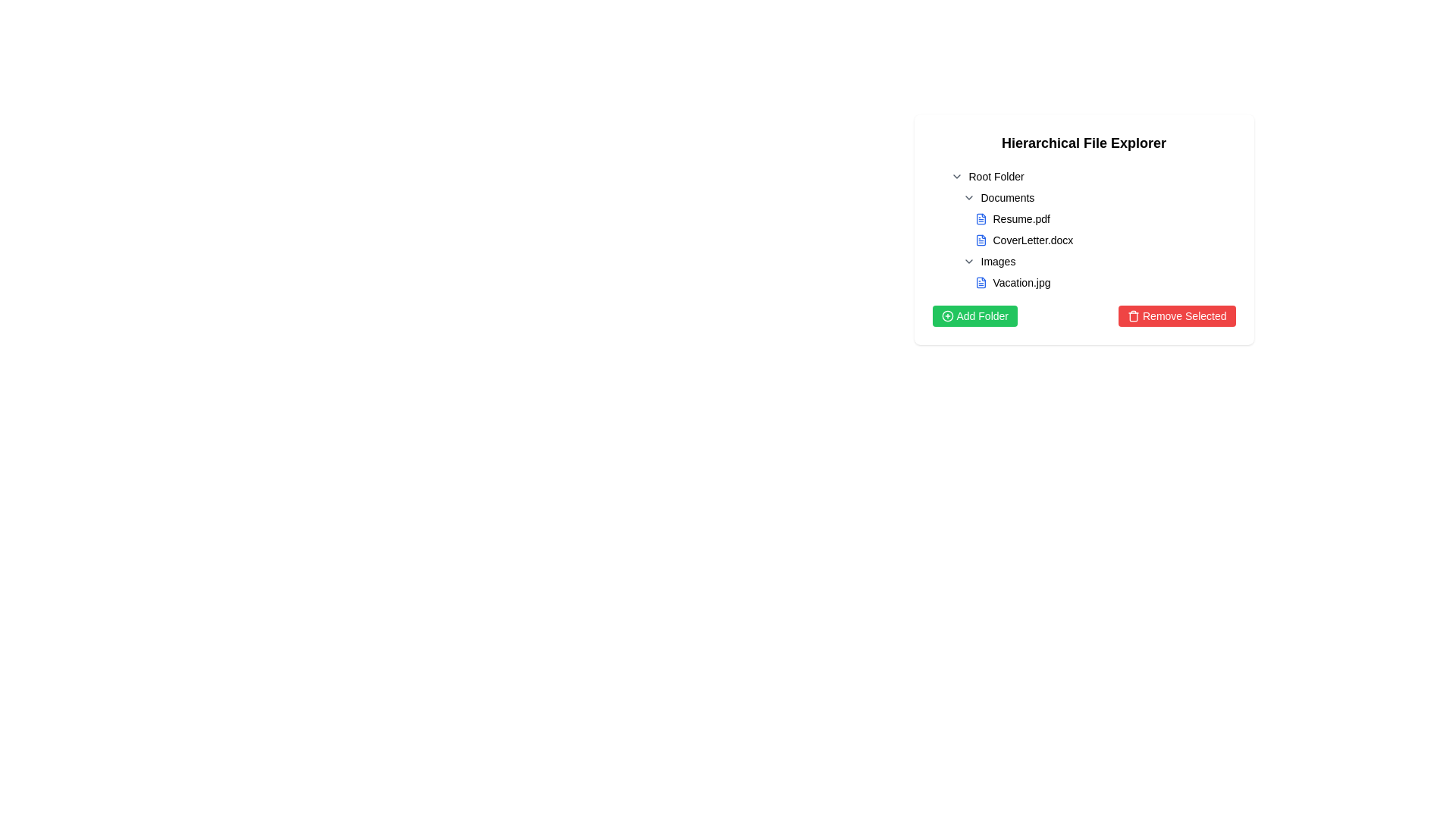 The width and height of the screenshot is (1456, 819). I want to click on the blue document icon, so click(981, 239).